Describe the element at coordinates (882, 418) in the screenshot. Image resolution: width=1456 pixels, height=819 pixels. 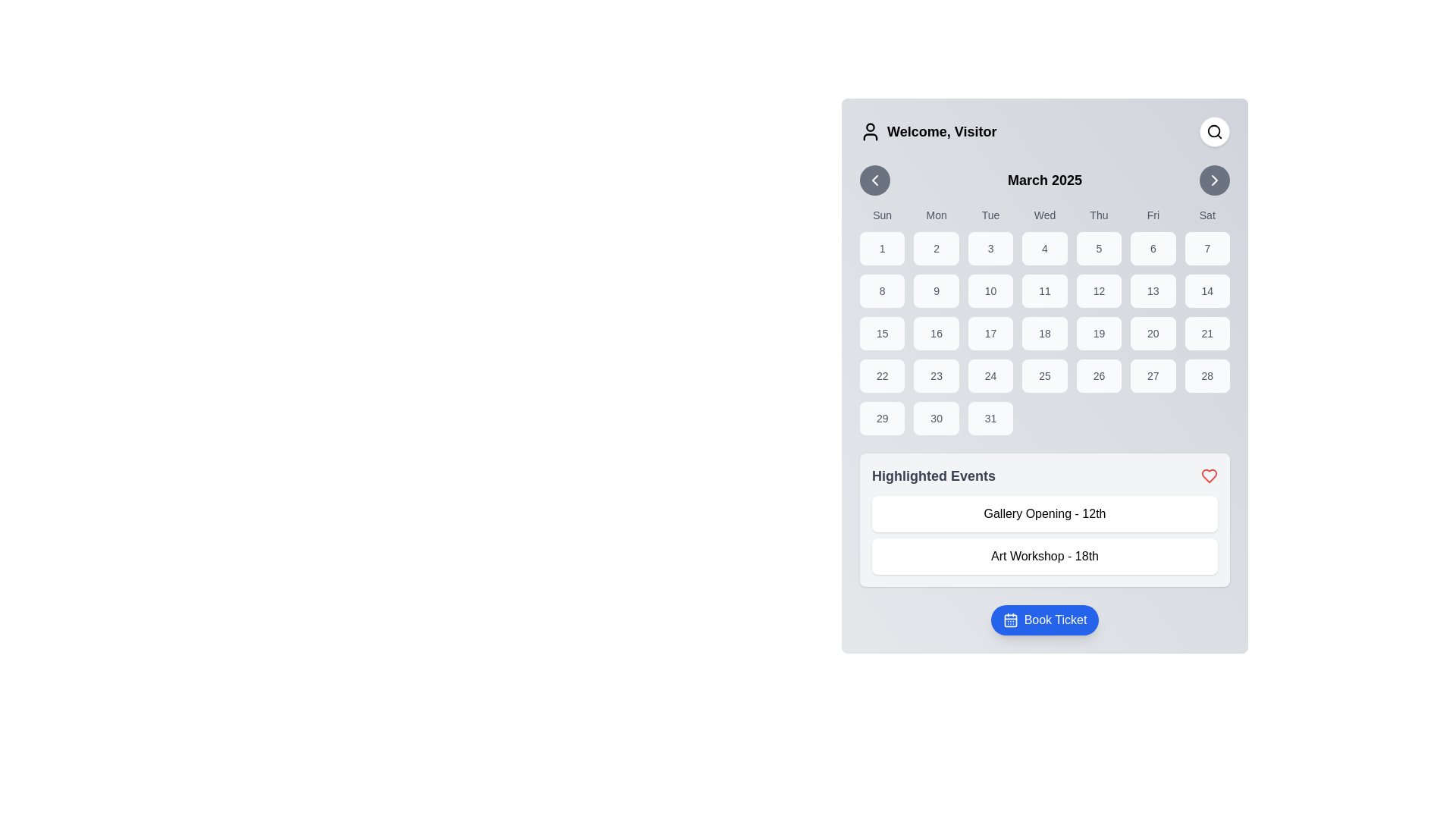
I see `the button-like element representing the 29th day in the calendar view` at that location.